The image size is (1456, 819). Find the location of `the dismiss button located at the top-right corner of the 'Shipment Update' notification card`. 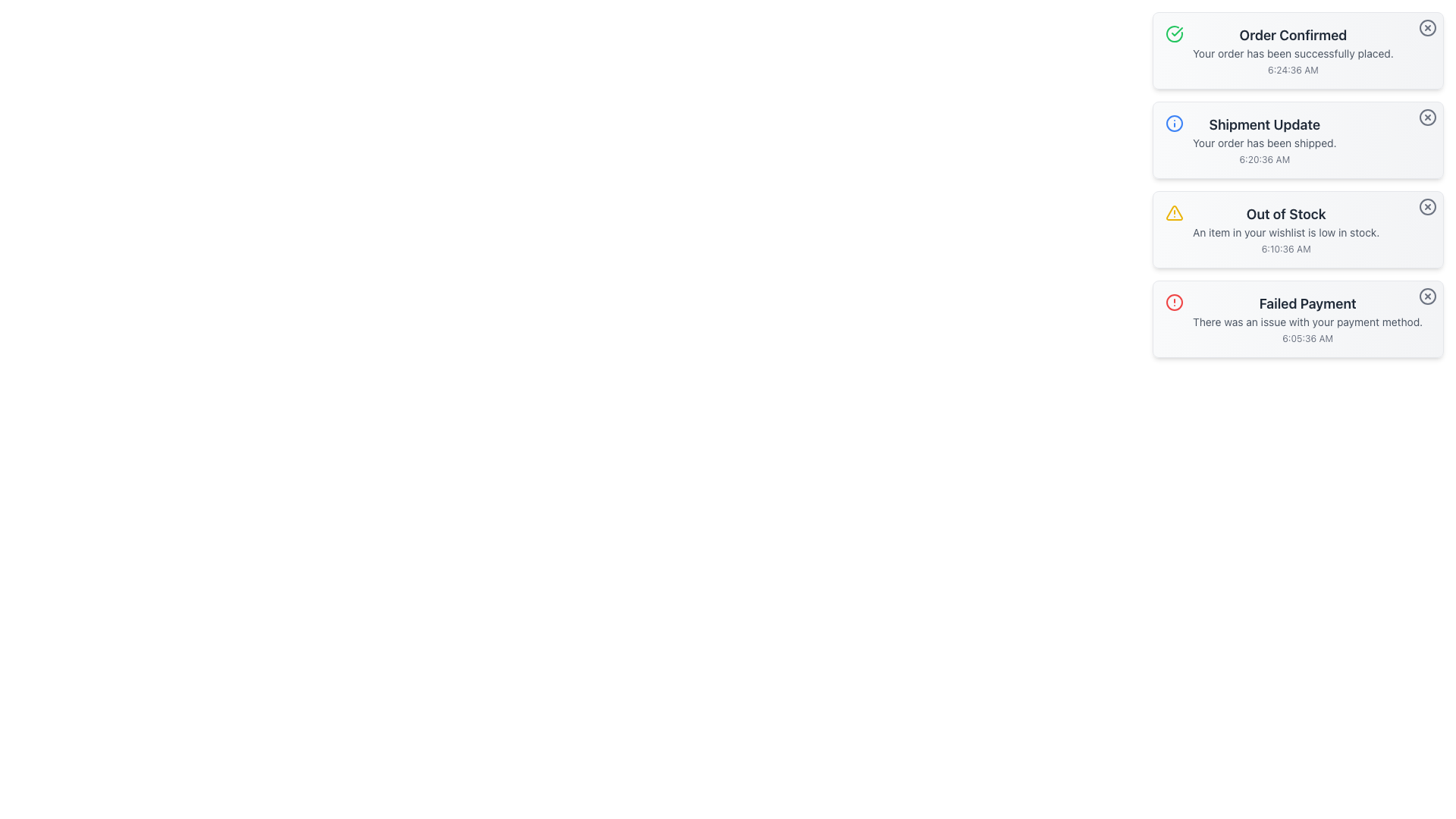

the dismiss button located at the top-right corner of the 'Shipment Update' notification card is located at coordinates (1426, 116).